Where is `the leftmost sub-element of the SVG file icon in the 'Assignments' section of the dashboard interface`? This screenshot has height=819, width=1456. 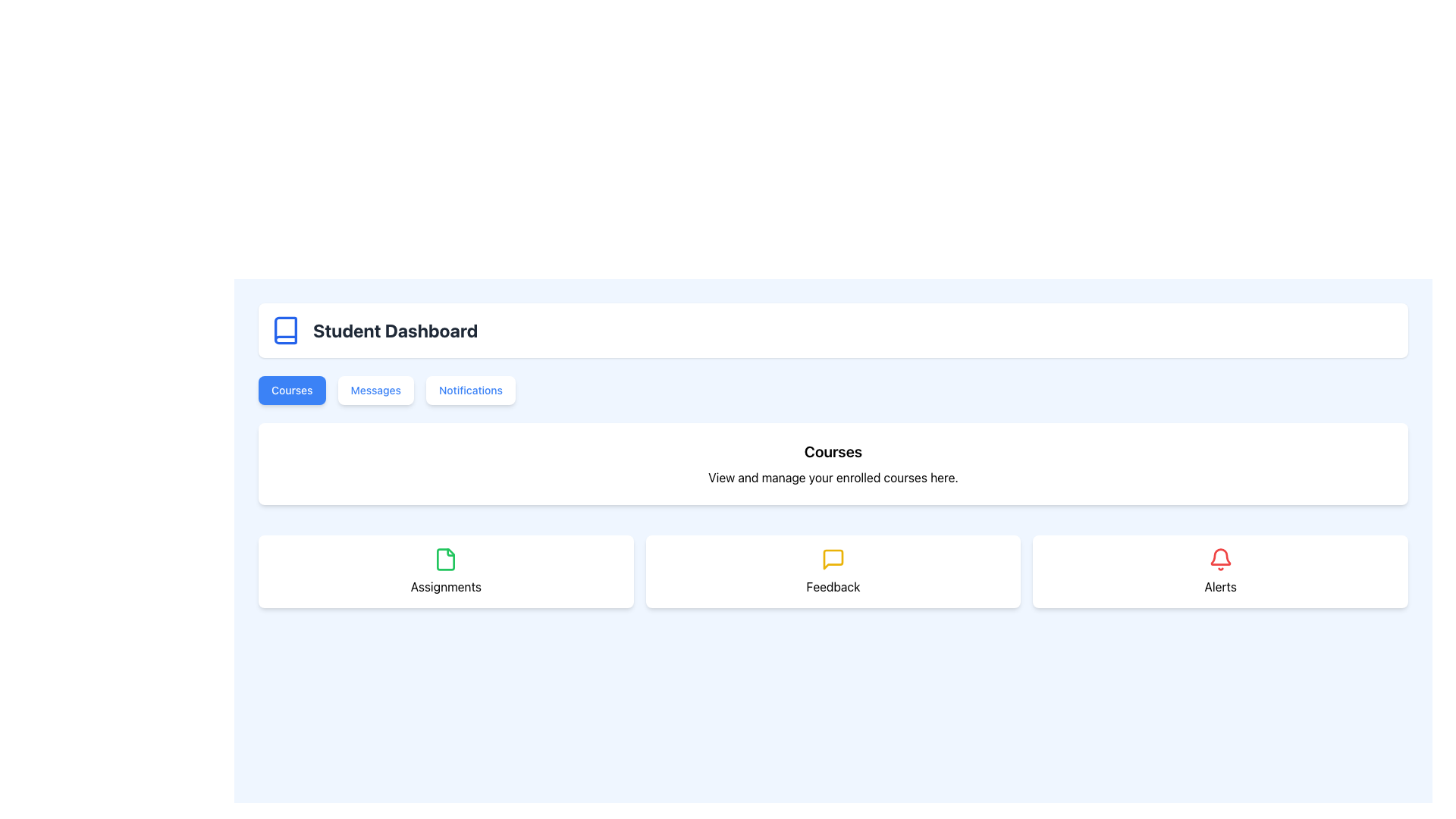 the leftmost sub-element of the SVG file icon in the 'Assignments' section of the dashboard interface is located at coordinates (445, 559).